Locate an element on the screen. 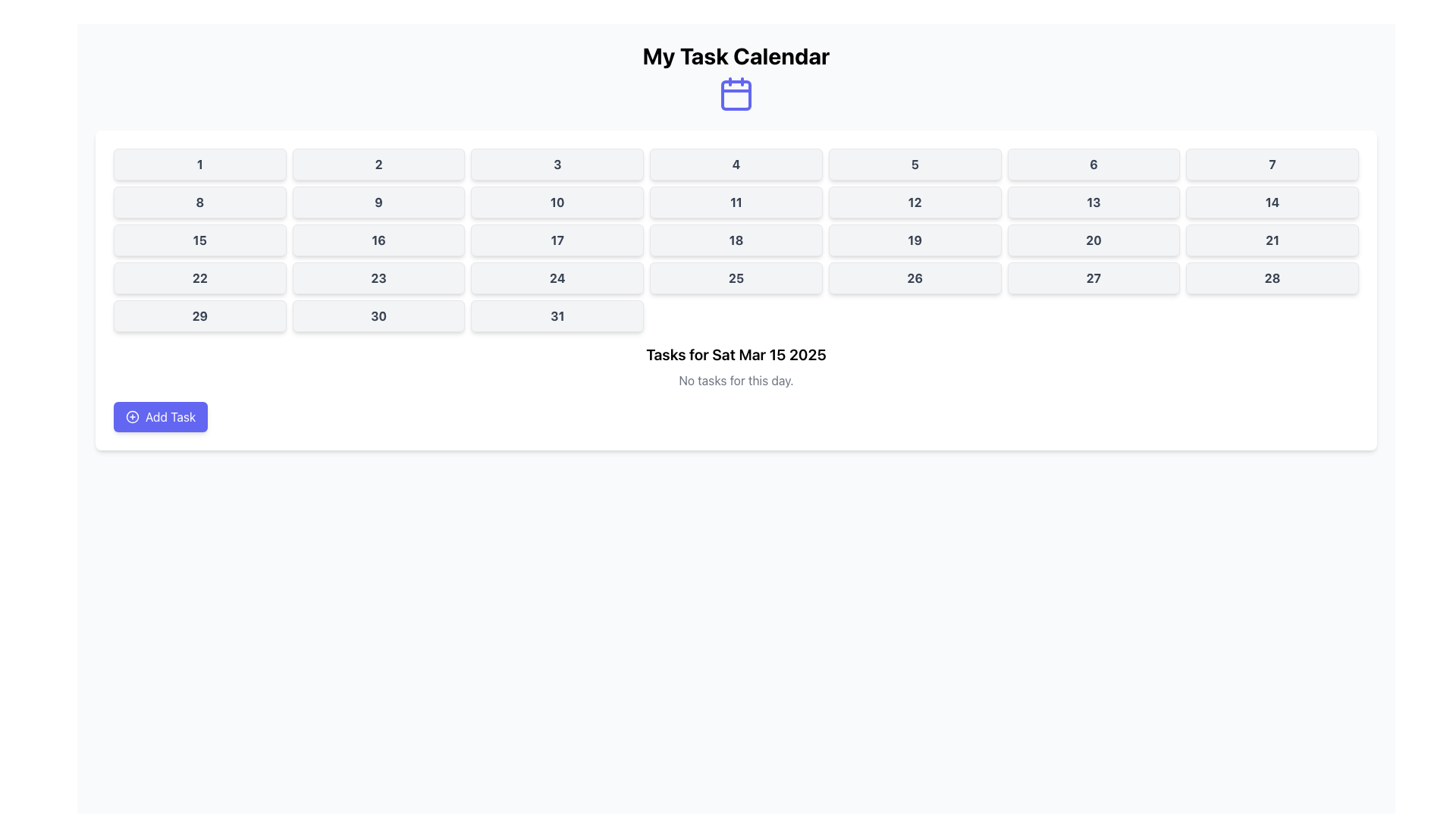 This screenshot has width=1456, height=819. the calendar date button located in the second row, fourth column of a grid layout, to interact with it is located at coordinates (736, 201).